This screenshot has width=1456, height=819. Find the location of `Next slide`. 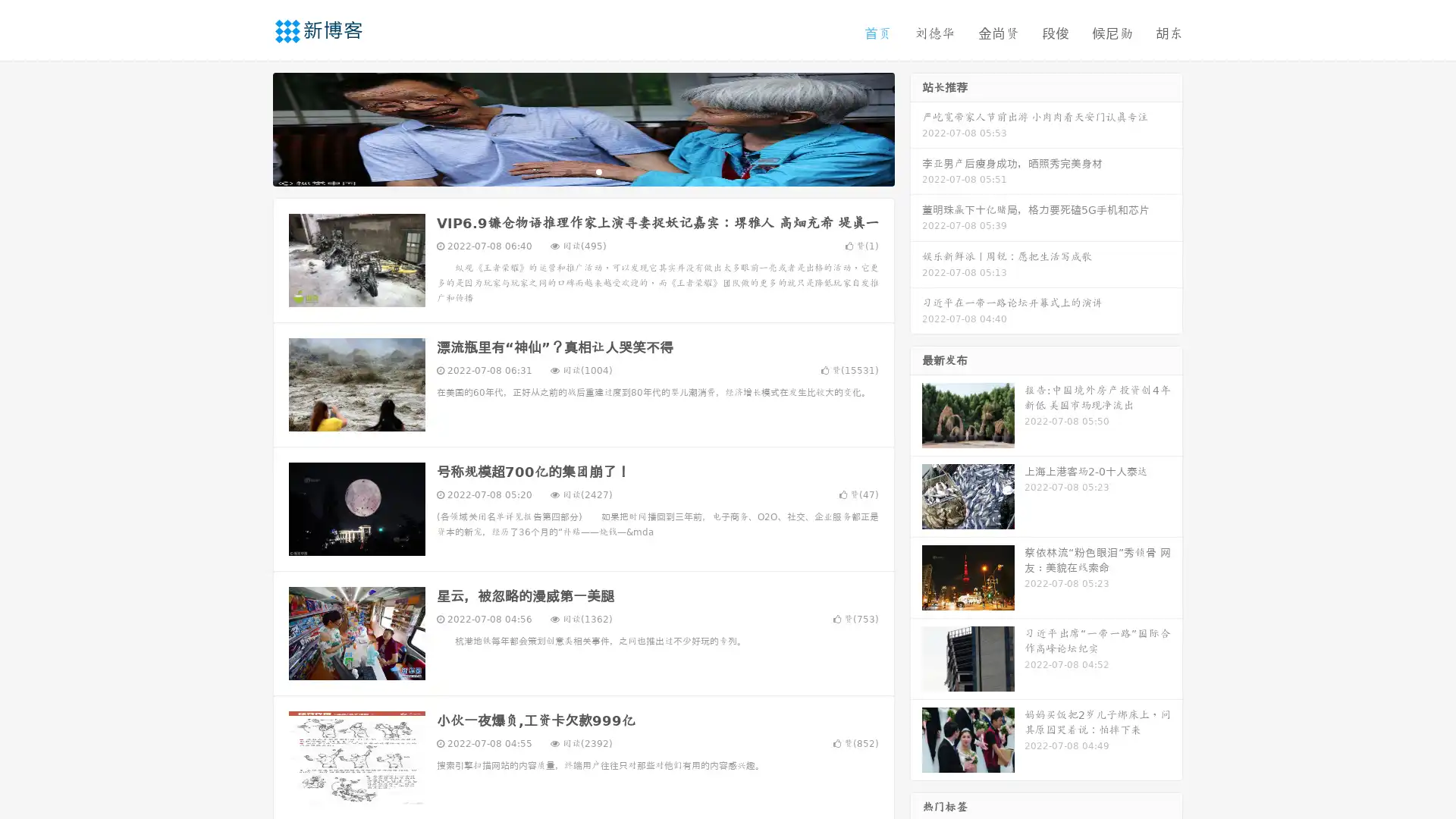

Next slide is located at coordinates (916, 127).